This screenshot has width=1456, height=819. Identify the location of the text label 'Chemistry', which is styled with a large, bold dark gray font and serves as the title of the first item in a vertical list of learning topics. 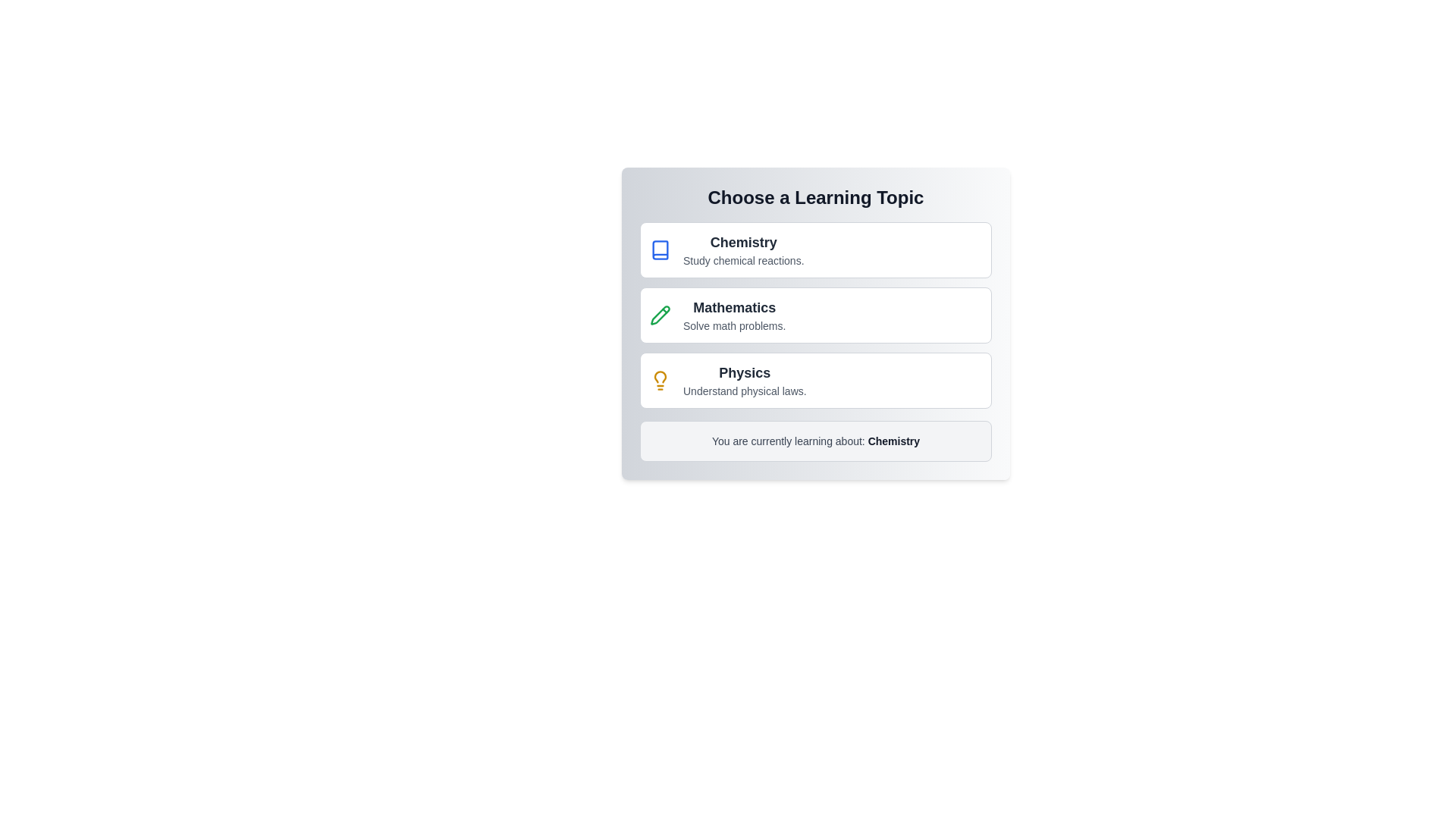
(743, 242).